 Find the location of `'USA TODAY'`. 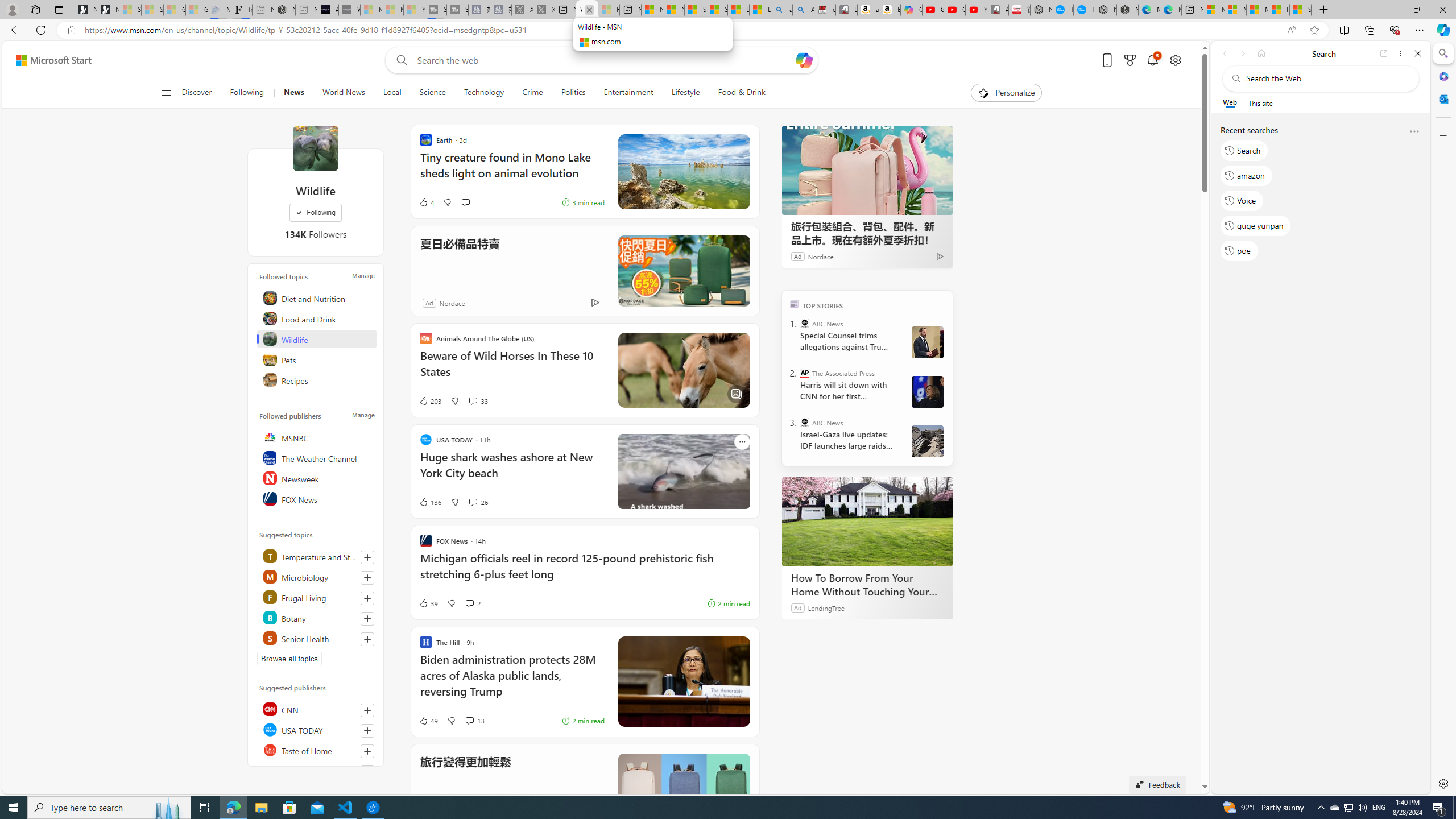

'USA TODAY' is located at coordinates (317, 729).